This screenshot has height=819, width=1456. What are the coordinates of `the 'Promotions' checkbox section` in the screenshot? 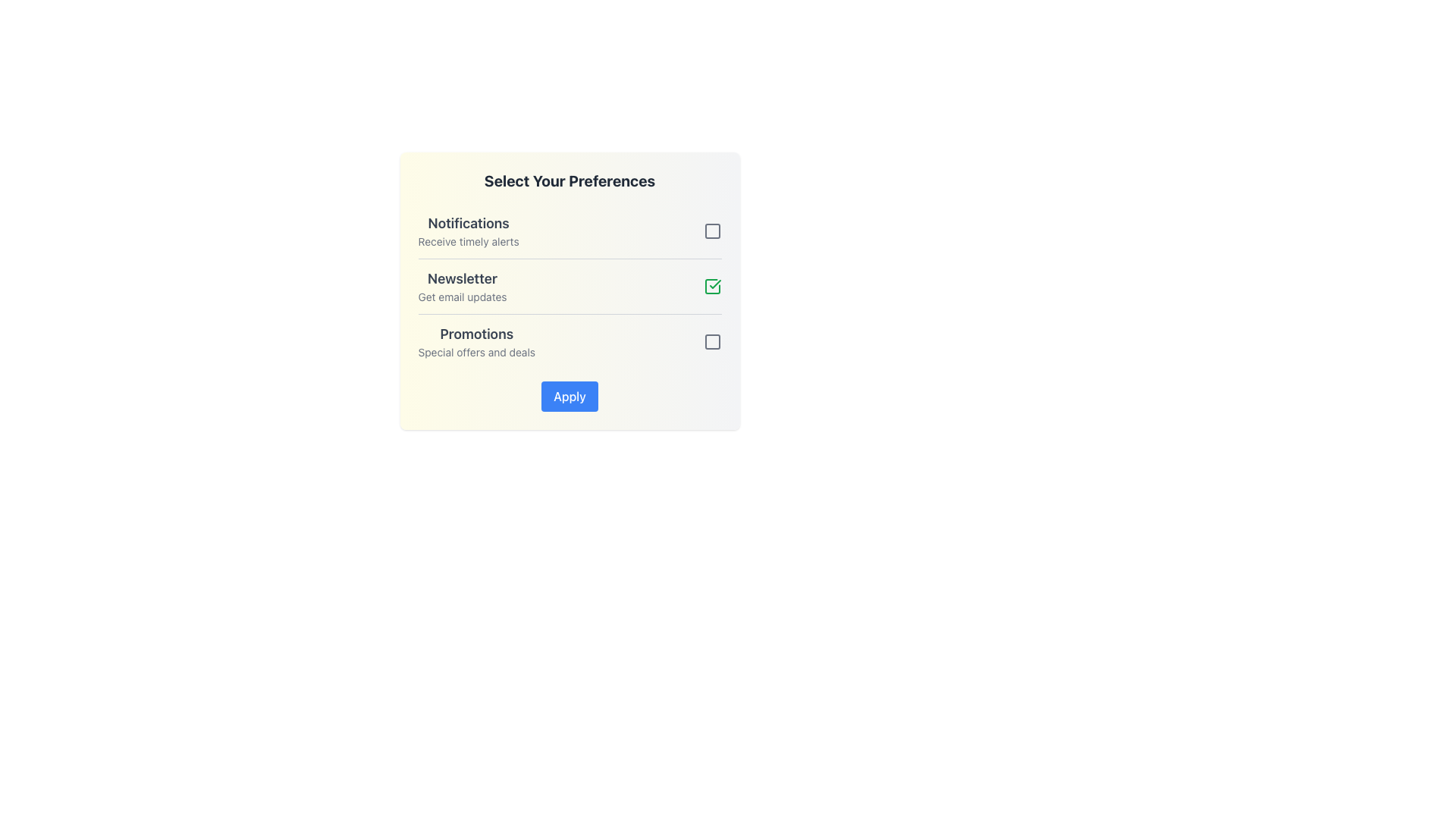 It's located at (569, 341).